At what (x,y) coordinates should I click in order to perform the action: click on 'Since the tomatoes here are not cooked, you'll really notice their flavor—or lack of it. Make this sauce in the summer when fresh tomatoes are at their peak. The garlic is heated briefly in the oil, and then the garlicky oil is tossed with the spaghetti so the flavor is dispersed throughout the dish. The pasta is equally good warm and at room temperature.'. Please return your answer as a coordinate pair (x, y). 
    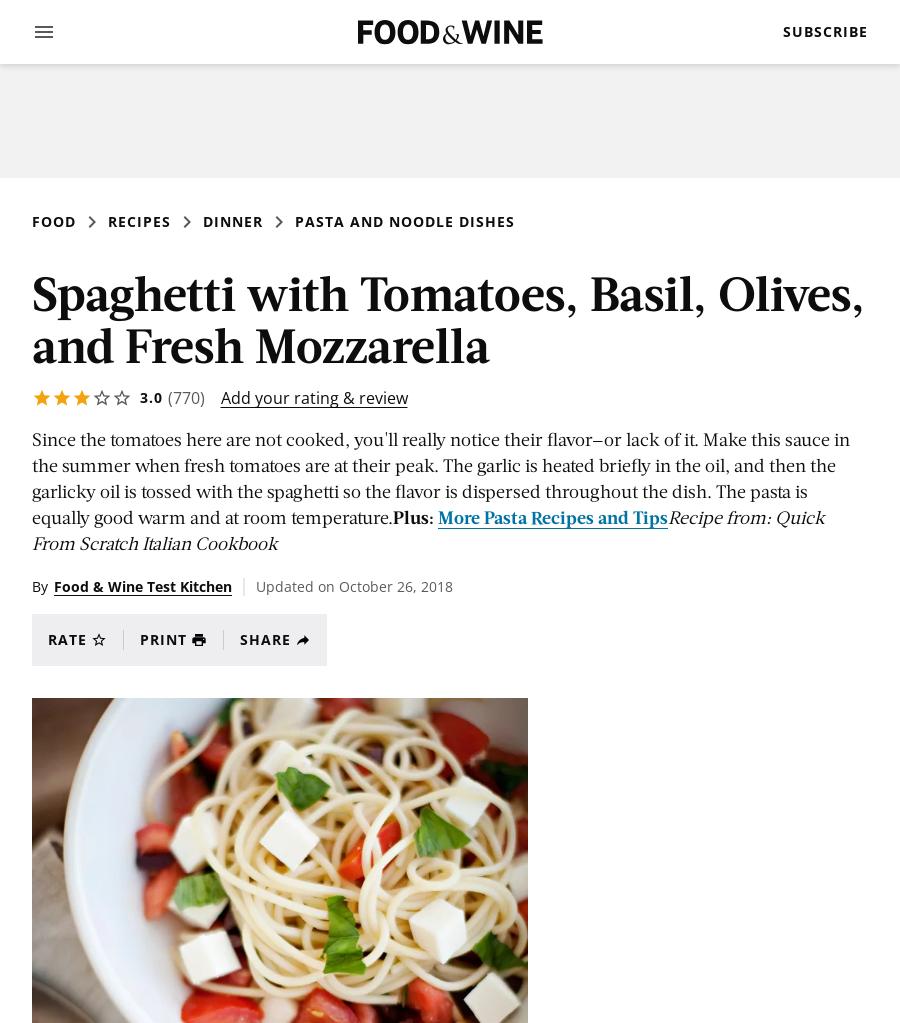
    Looking at the image, I should click on (31, 478).